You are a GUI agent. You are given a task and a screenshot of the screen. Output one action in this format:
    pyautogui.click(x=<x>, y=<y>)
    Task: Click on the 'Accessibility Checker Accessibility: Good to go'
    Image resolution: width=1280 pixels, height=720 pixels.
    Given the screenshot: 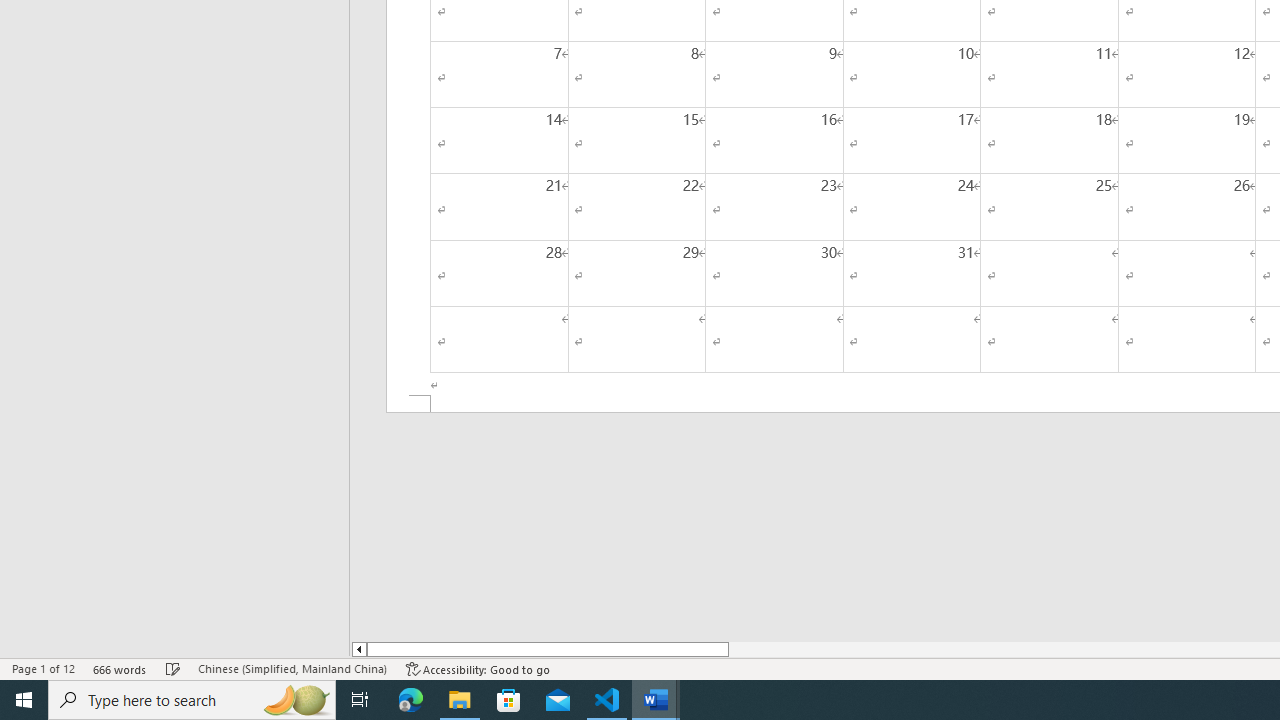 What is the action you would take?
    pyautogui.click(x=477, y=669)
    